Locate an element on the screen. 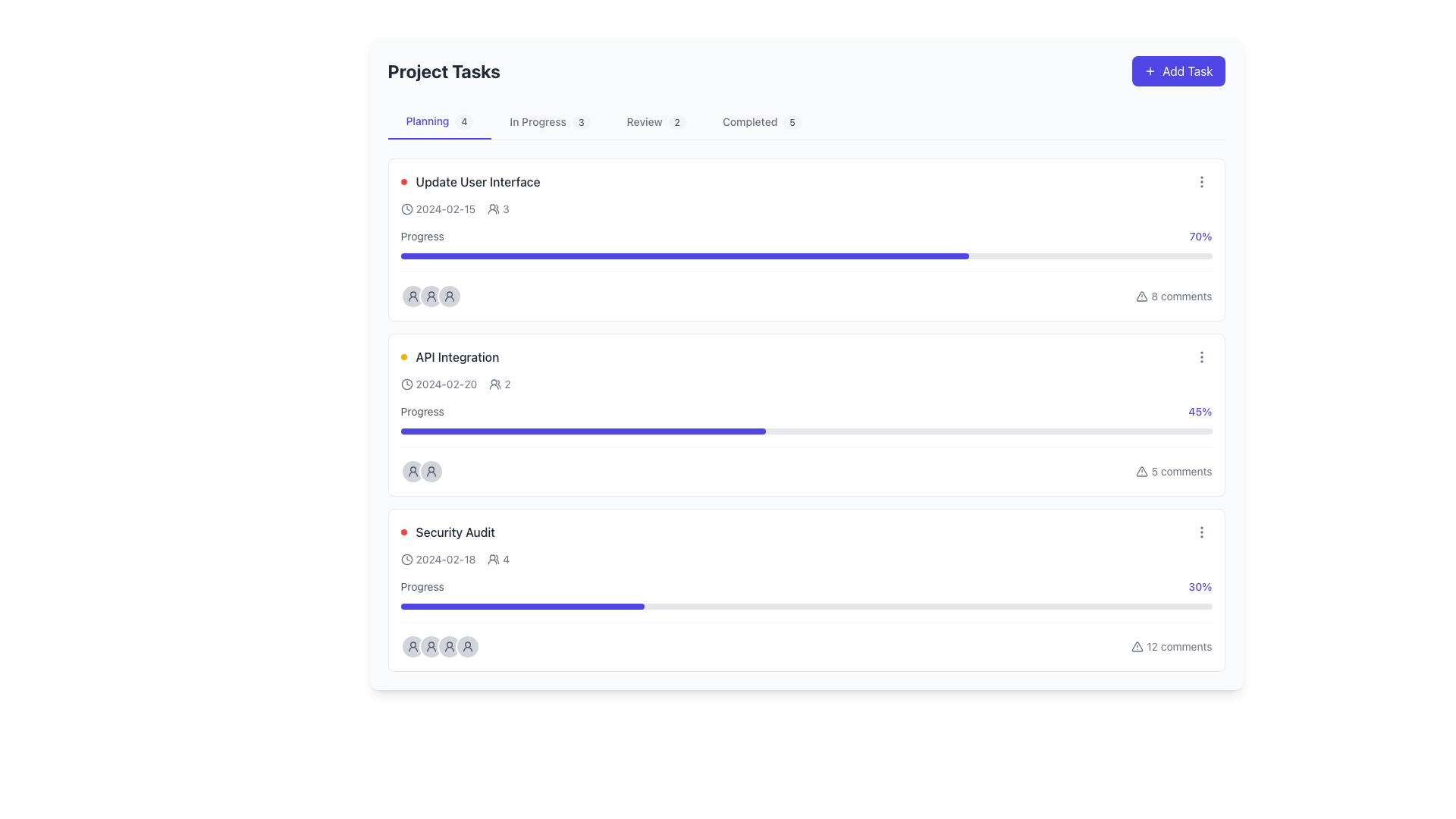 This screenshot has height=819, width=1456. the horizontal progress bar that is filled to 70% in dark blue, located in the 'Progress' section of the 'Update User Interface' task box in the 'Planning' category is located at coordinates (683, 256).